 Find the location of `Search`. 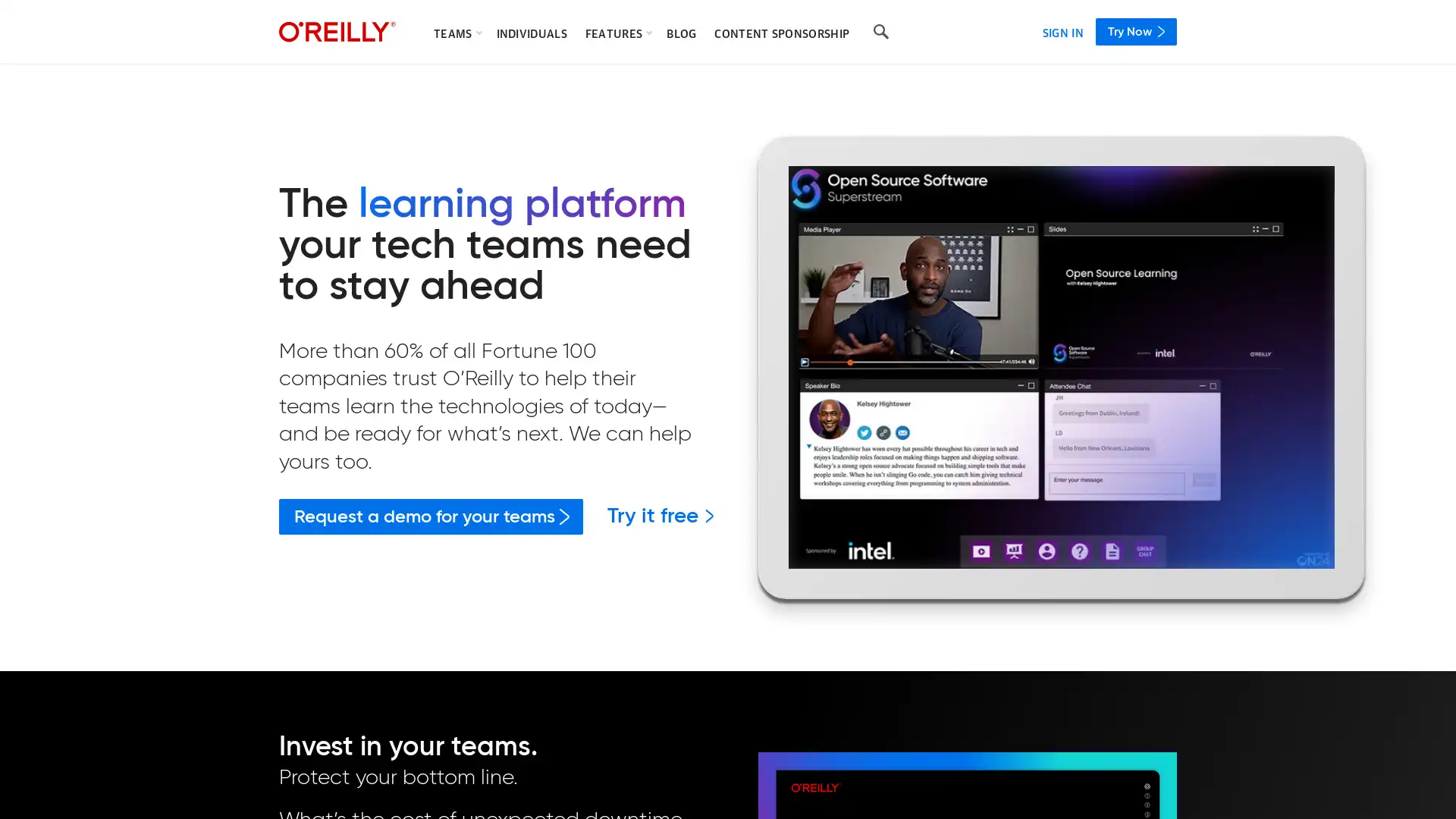

Search is located at coordinates (880, 32).